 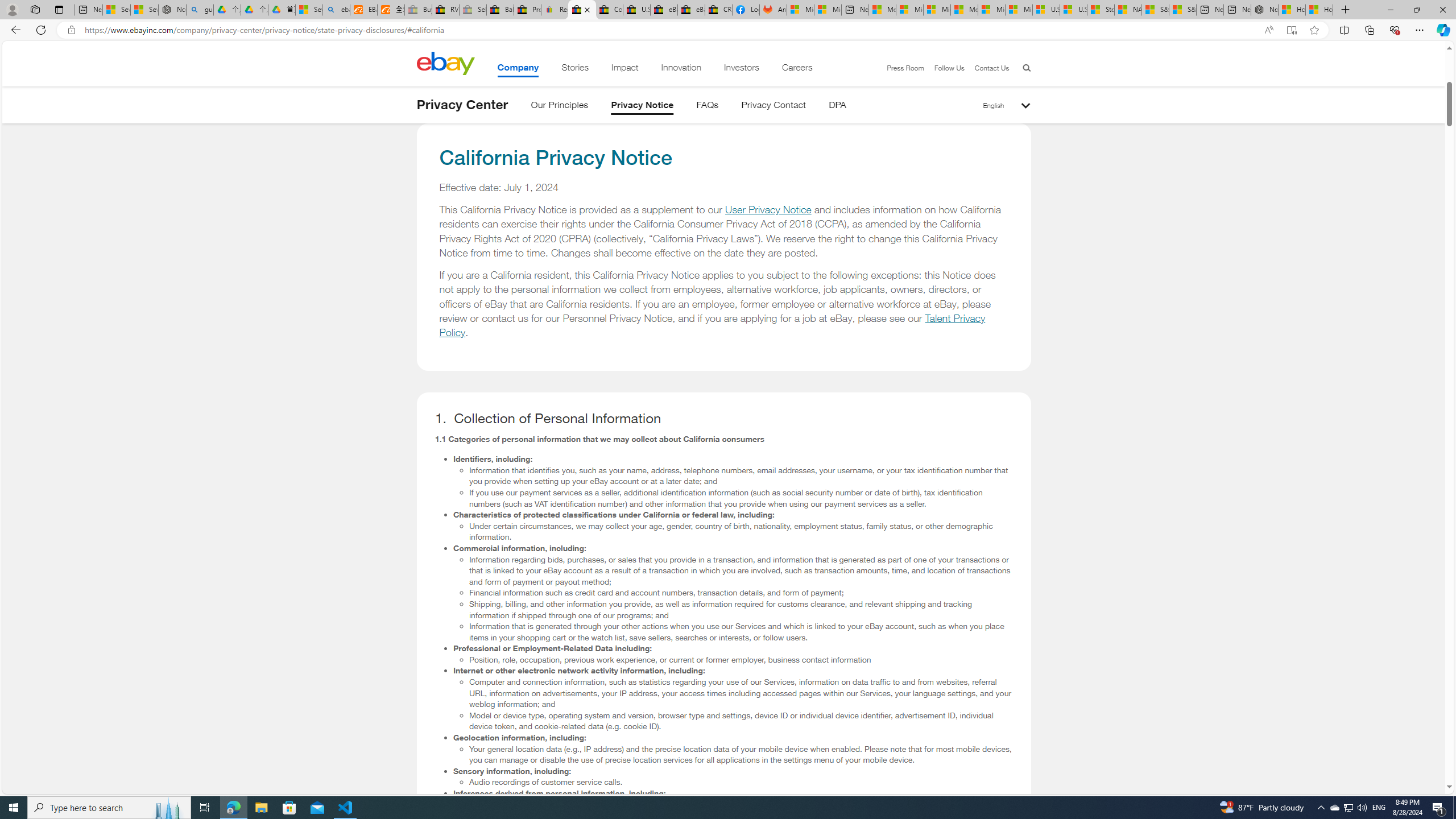 I want to click on 'Sell worldwide with eBay - Sleeping', so click(x=473, y=9).